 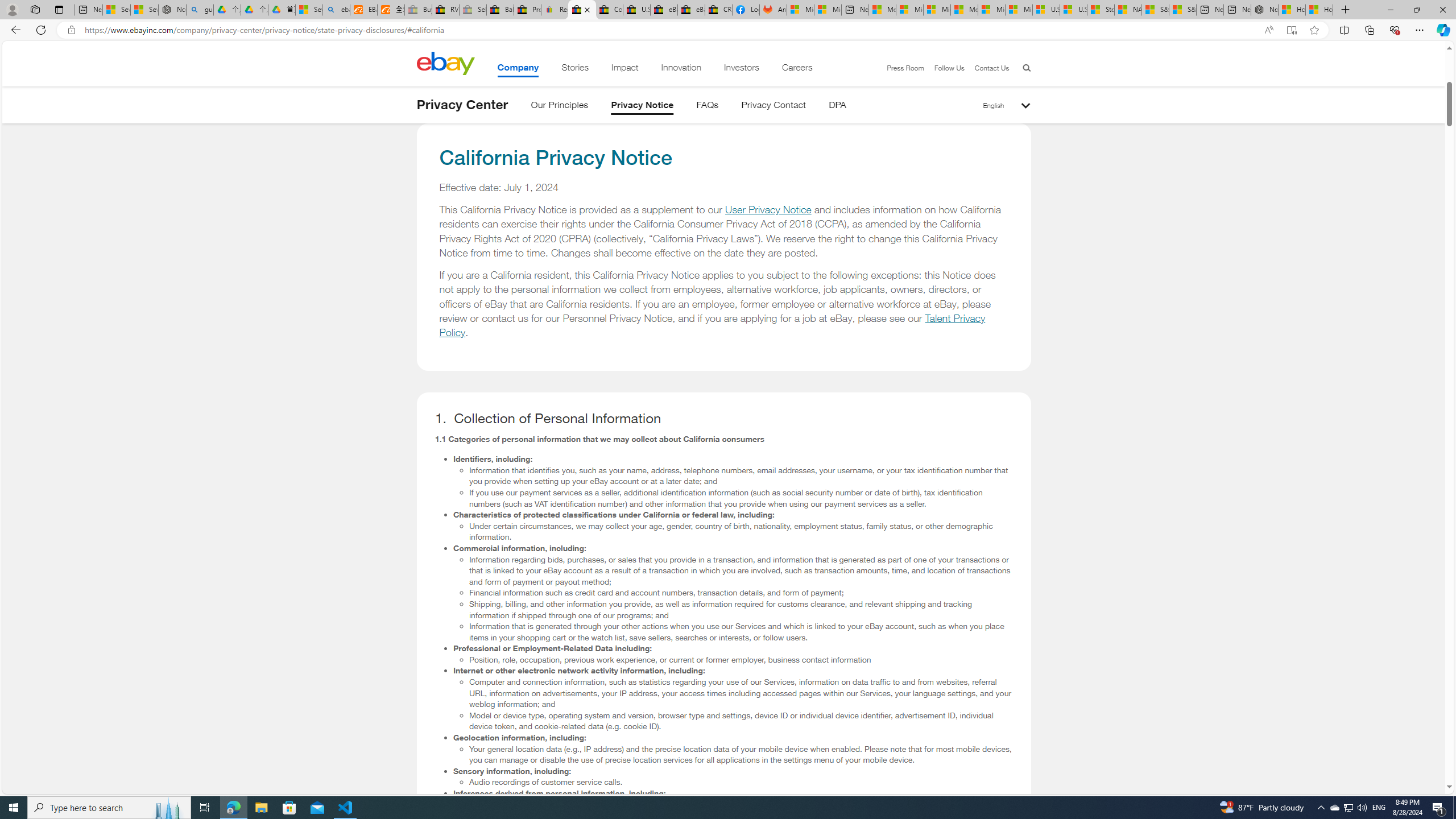 I want to click on 'Sell worldwide with eBay - Sleeping', so click(x=473, y=9).